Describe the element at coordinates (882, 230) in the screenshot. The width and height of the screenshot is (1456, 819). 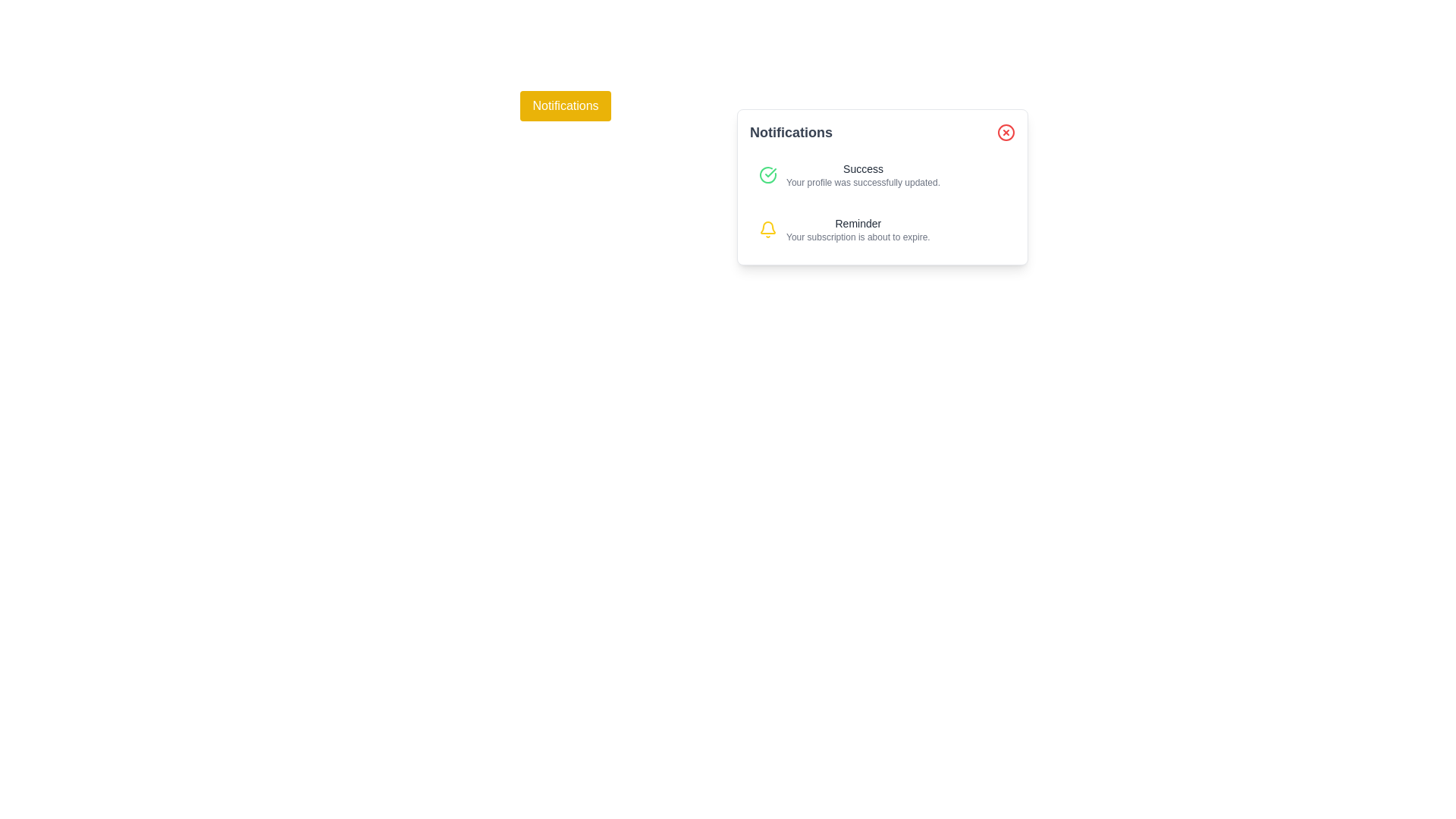
I see `the second notification item in the notification list, which notifies the user about an upcoming subscription expiration` at that location.